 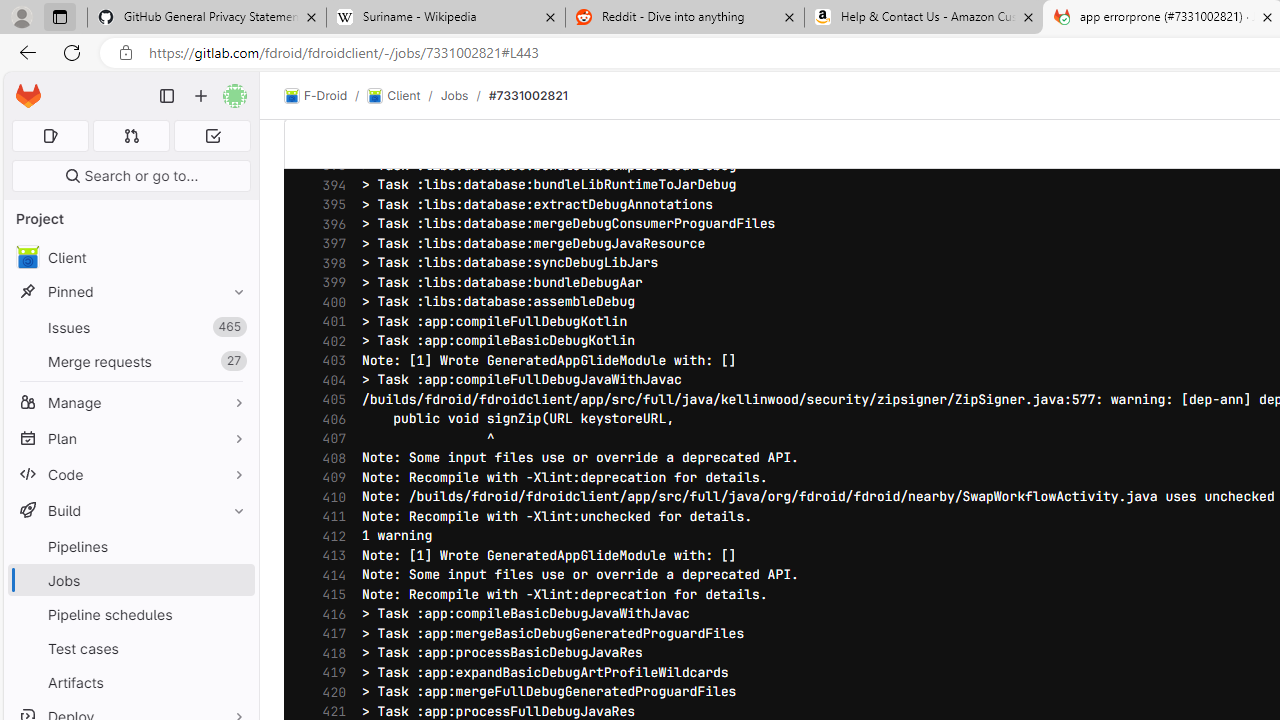 I want to click on '414', so click(x=329, y=575).